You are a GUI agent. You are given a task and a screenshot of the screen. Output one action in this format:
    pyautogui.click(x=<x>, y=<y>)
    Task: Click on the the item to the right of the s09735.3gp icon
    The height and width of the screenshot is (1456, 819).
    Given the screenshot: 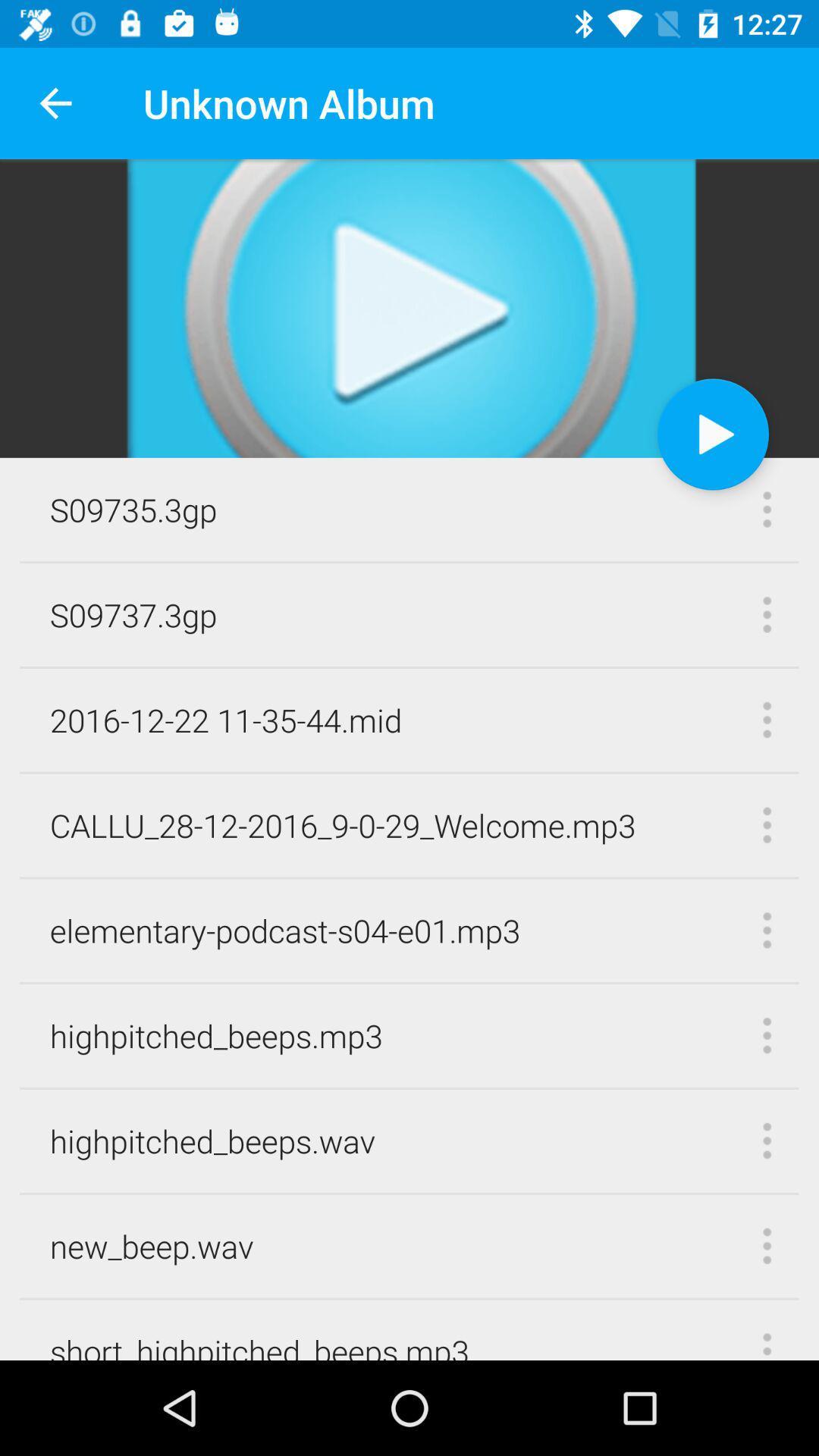 What is the action you would take?
    pyautogui.click(x=713, y=433)
    